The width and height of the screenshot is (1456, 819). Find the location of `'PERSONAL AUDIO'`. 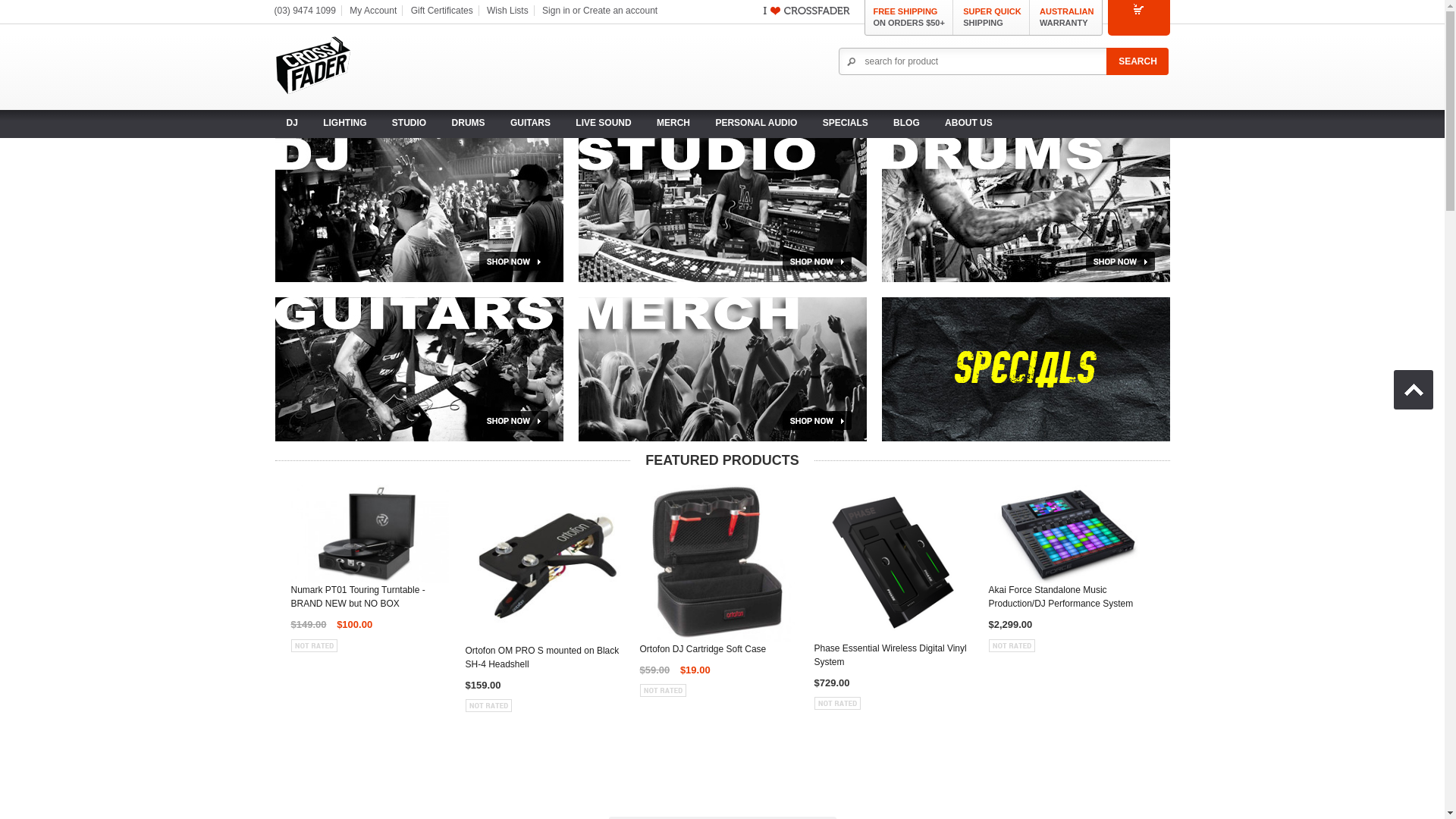

'PERSONAL AUDIO' is located at coordinates (756, 122).